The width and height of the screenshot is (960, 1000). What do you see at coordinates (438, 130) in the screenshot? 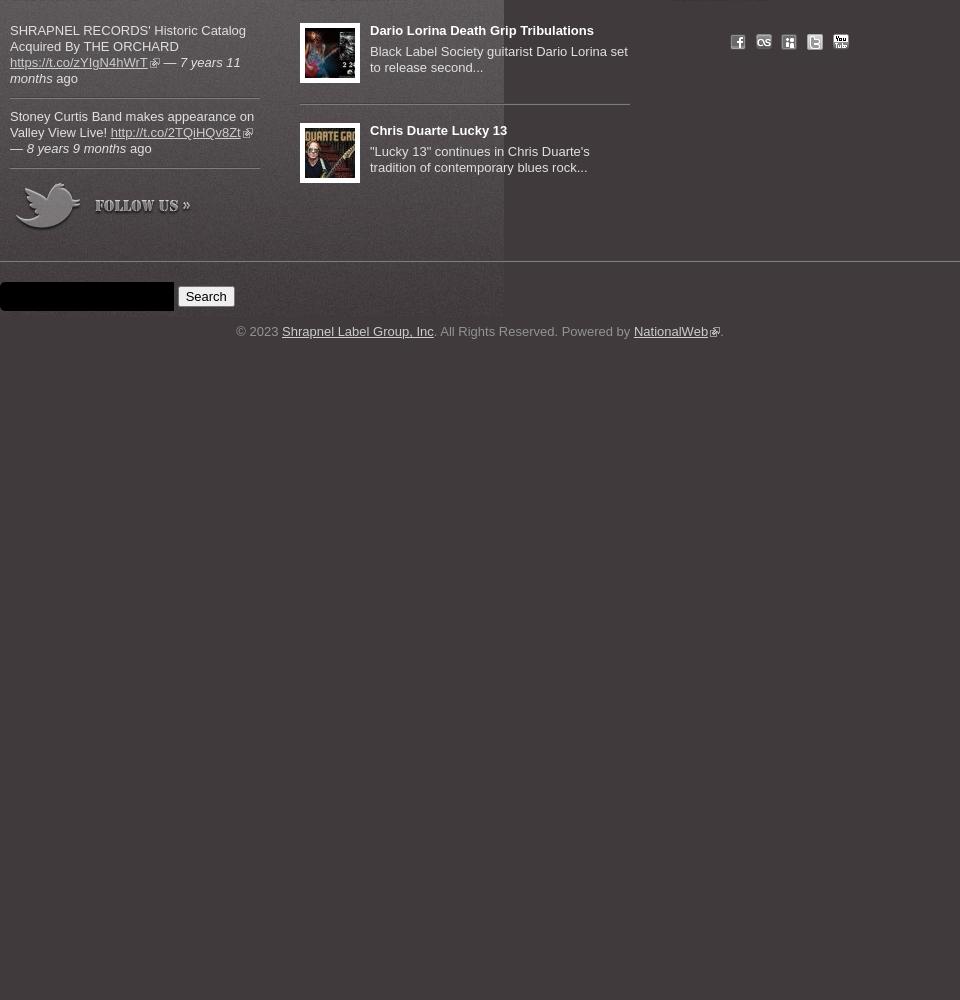
I see `'Chris Duarte Lucky 13'` at bounding box center [438, 130].